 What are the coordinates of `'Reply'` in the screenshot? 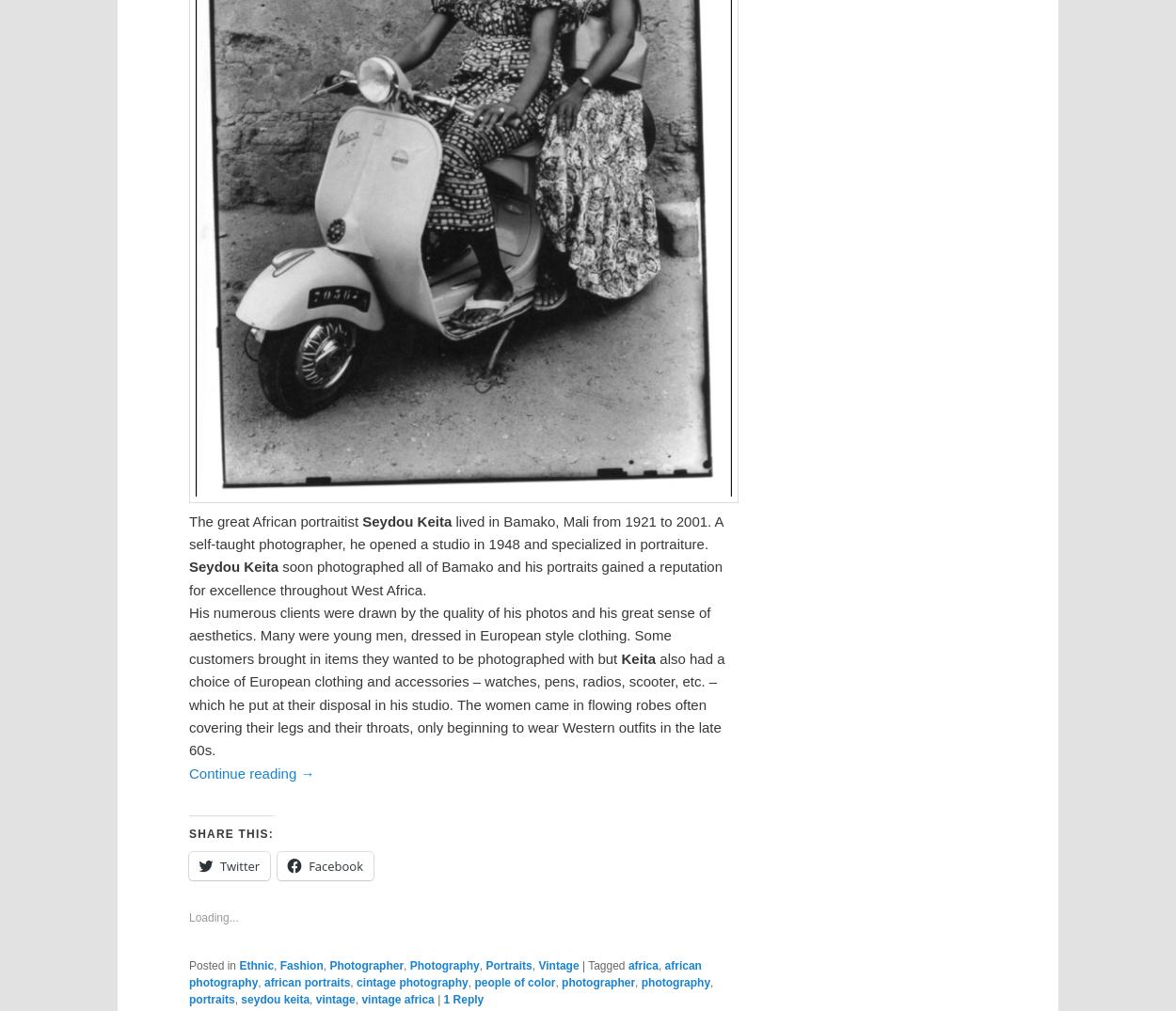 It's located at (466, 999).